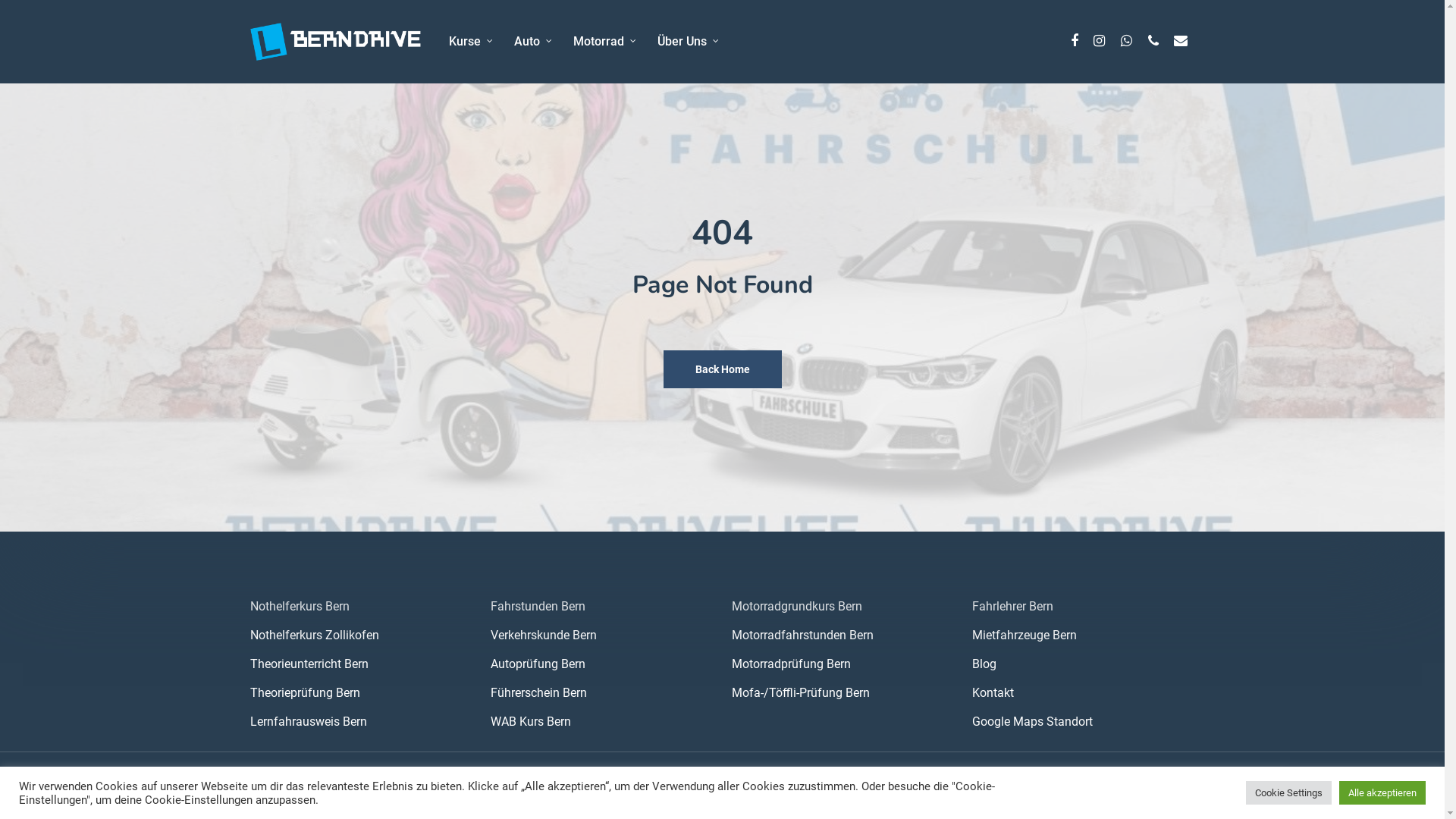 This screenshot has width=1456, height=819. Describe the element at coordinates (360, 663) in the screenshot. I see `'Theorieunterricht Bern'` at that location.